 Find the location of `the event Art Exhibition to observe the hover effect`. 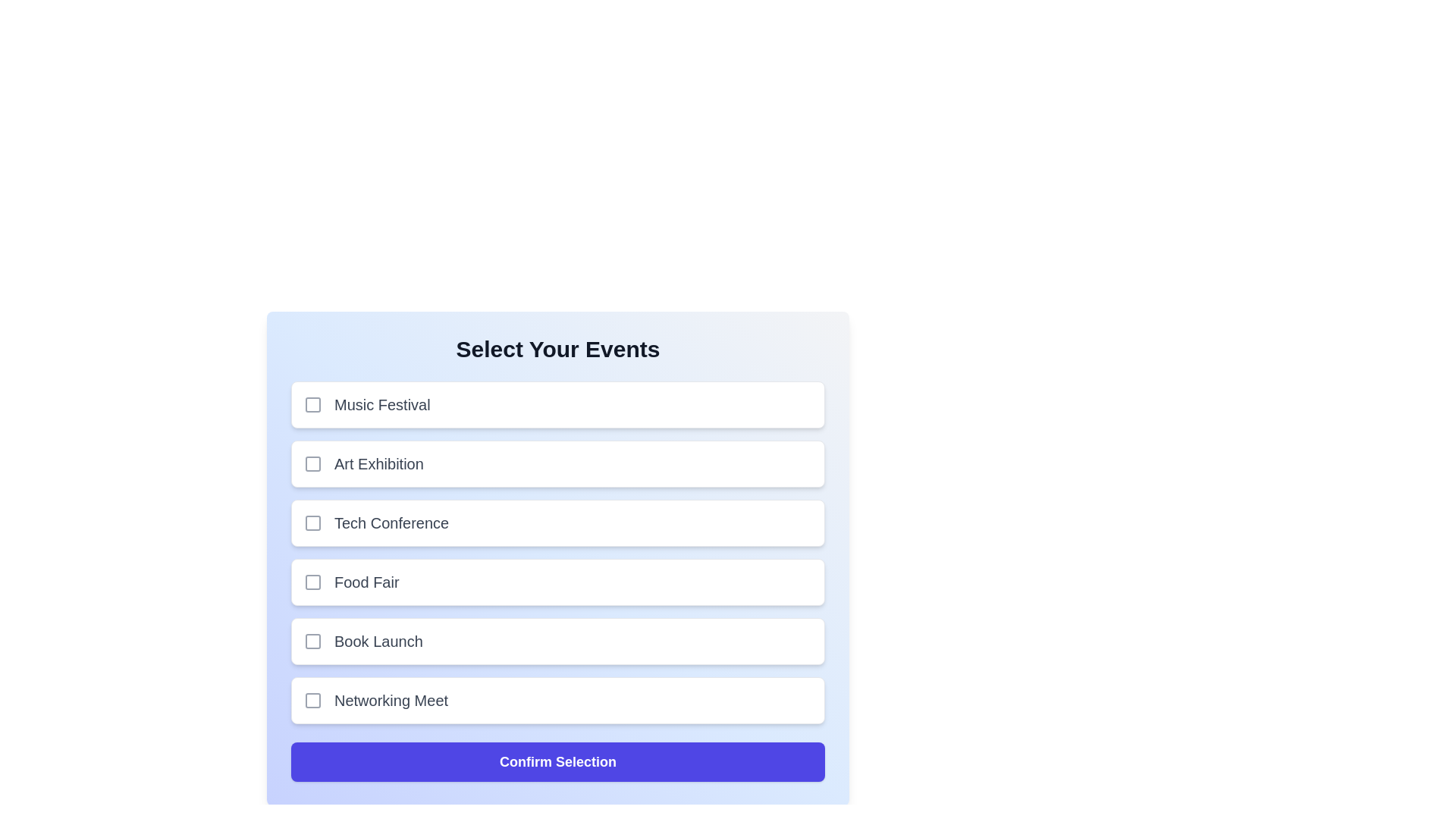

the event Art Exhibition to observe the hover effect is located at coordinates (557, 463).